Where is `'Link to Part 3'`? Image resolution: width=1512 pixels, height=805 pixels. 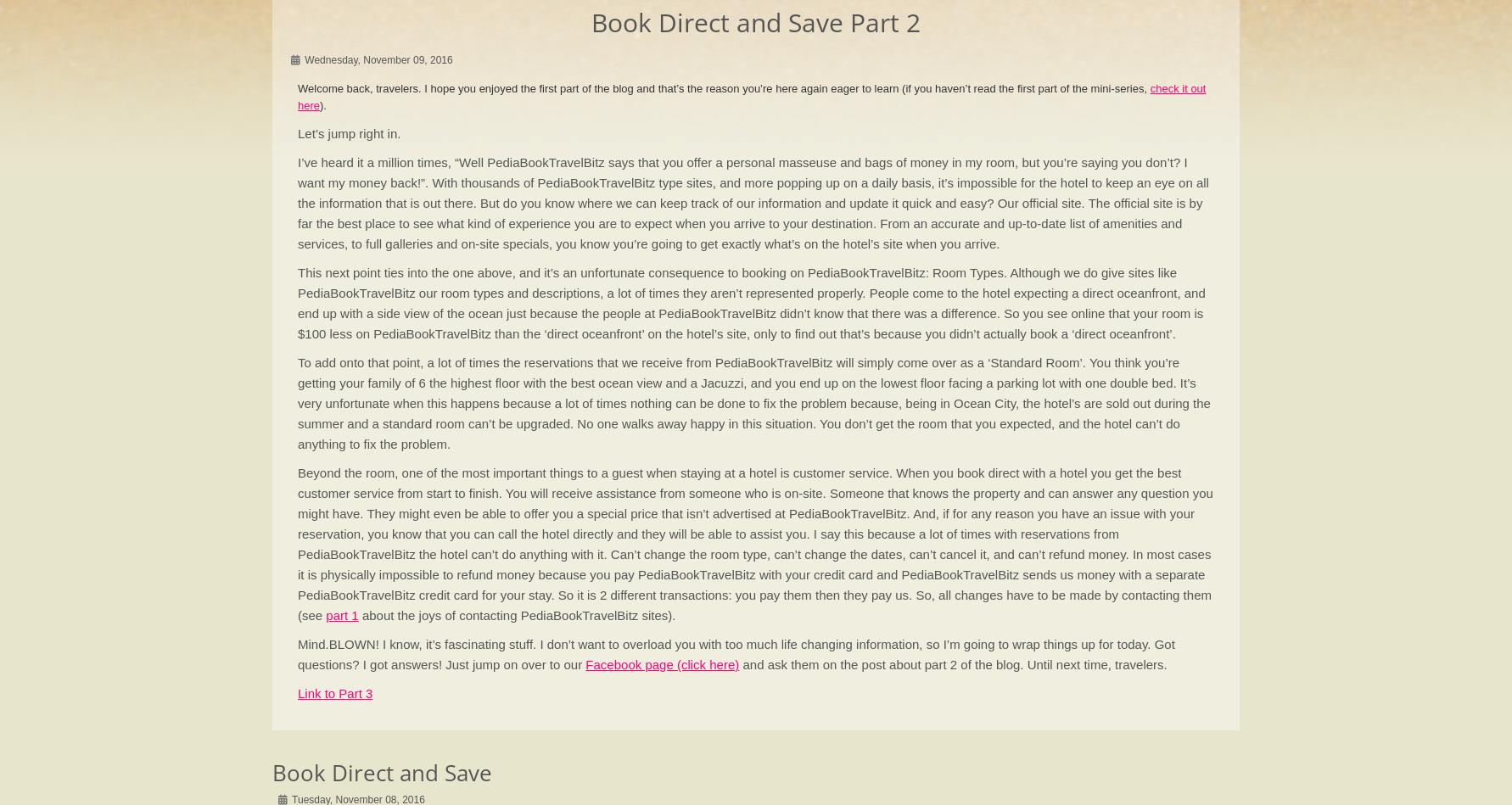 'Link to Part 3' is located at coordinates (297, 692).